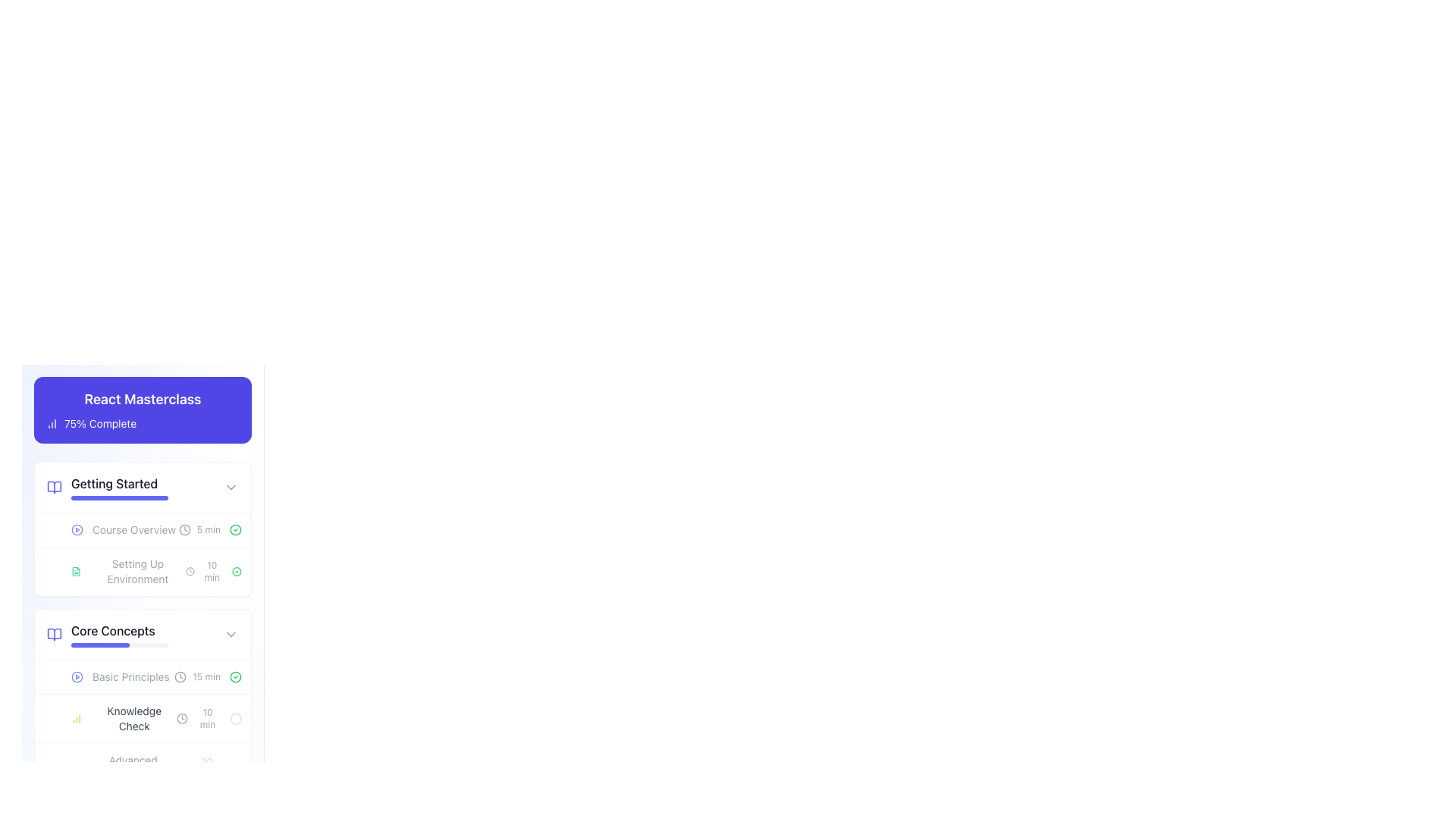 Image resolution: width=1456 pixels, height=819 pixels. I want to click on the List item representing the module 'Setting Up Environment', so click(143, 571).